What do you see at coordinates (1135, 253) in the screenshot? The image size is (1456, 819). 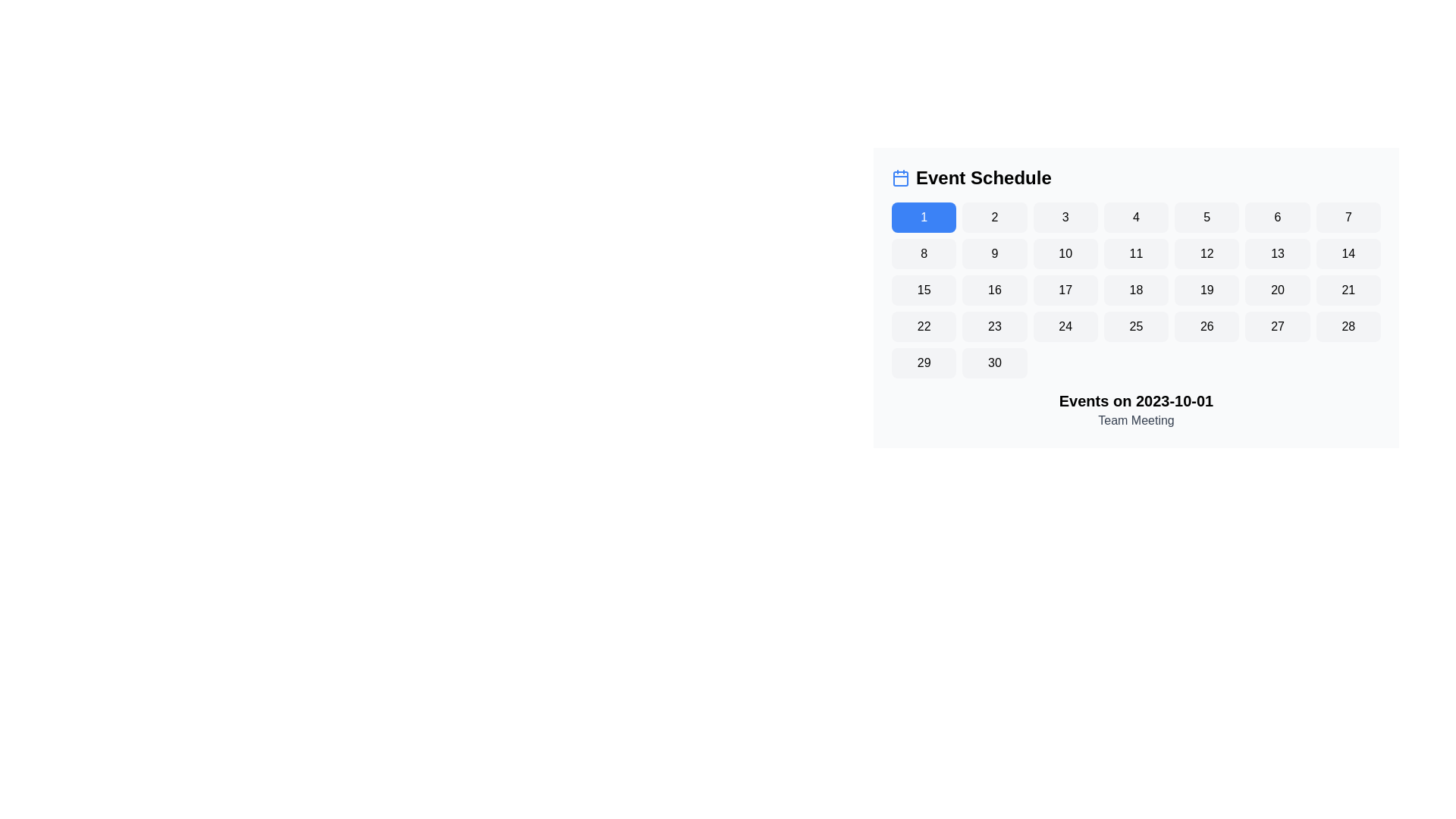 I see `the square button with rounded edges displaying '11' in bold text` at bounding box center [1135, 253].